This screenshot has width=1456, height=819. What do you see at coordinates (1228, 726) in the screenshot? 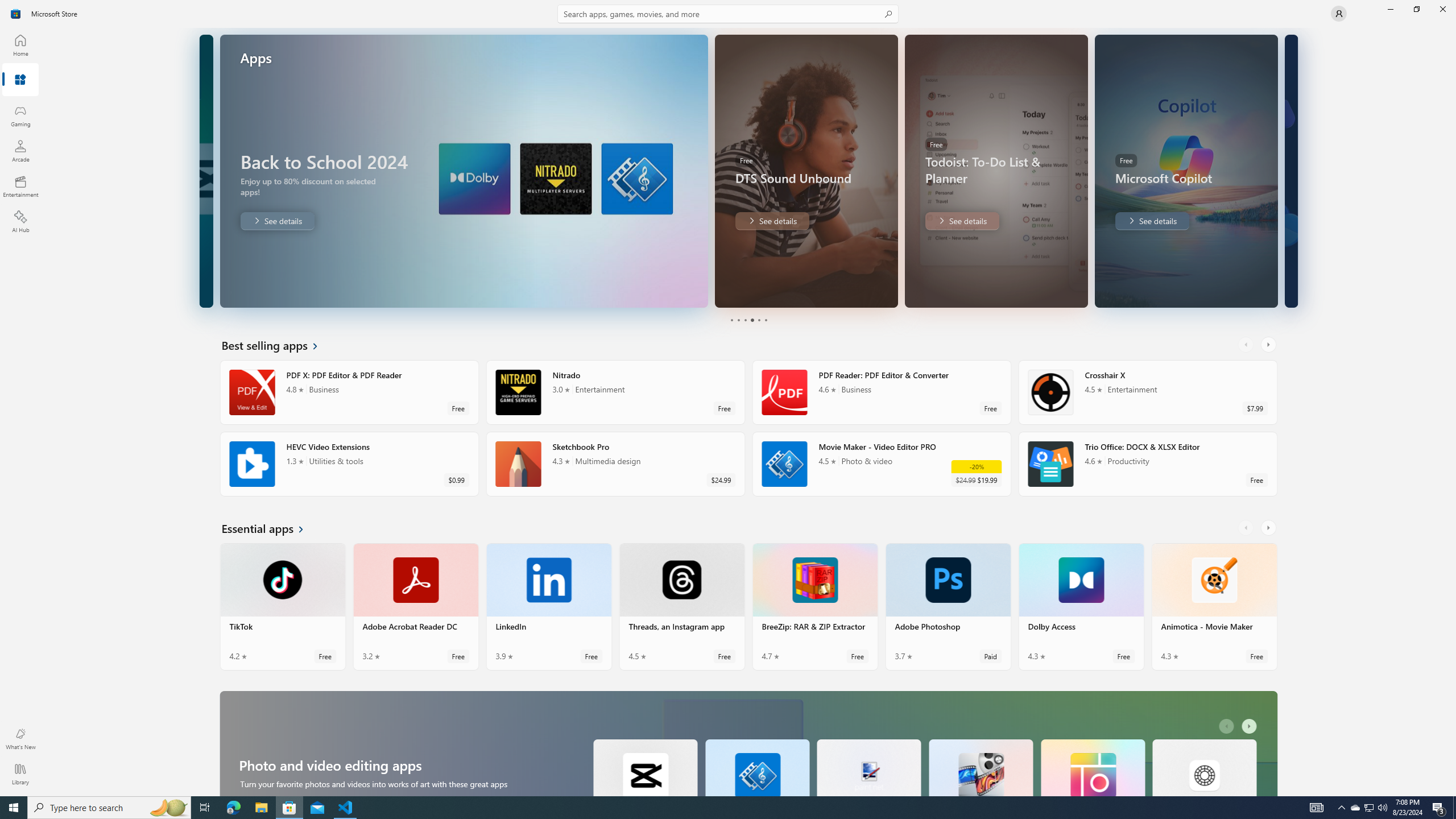
I see `'AutomationID: LeftScrollButton'` at bounding box center [1228, 726].